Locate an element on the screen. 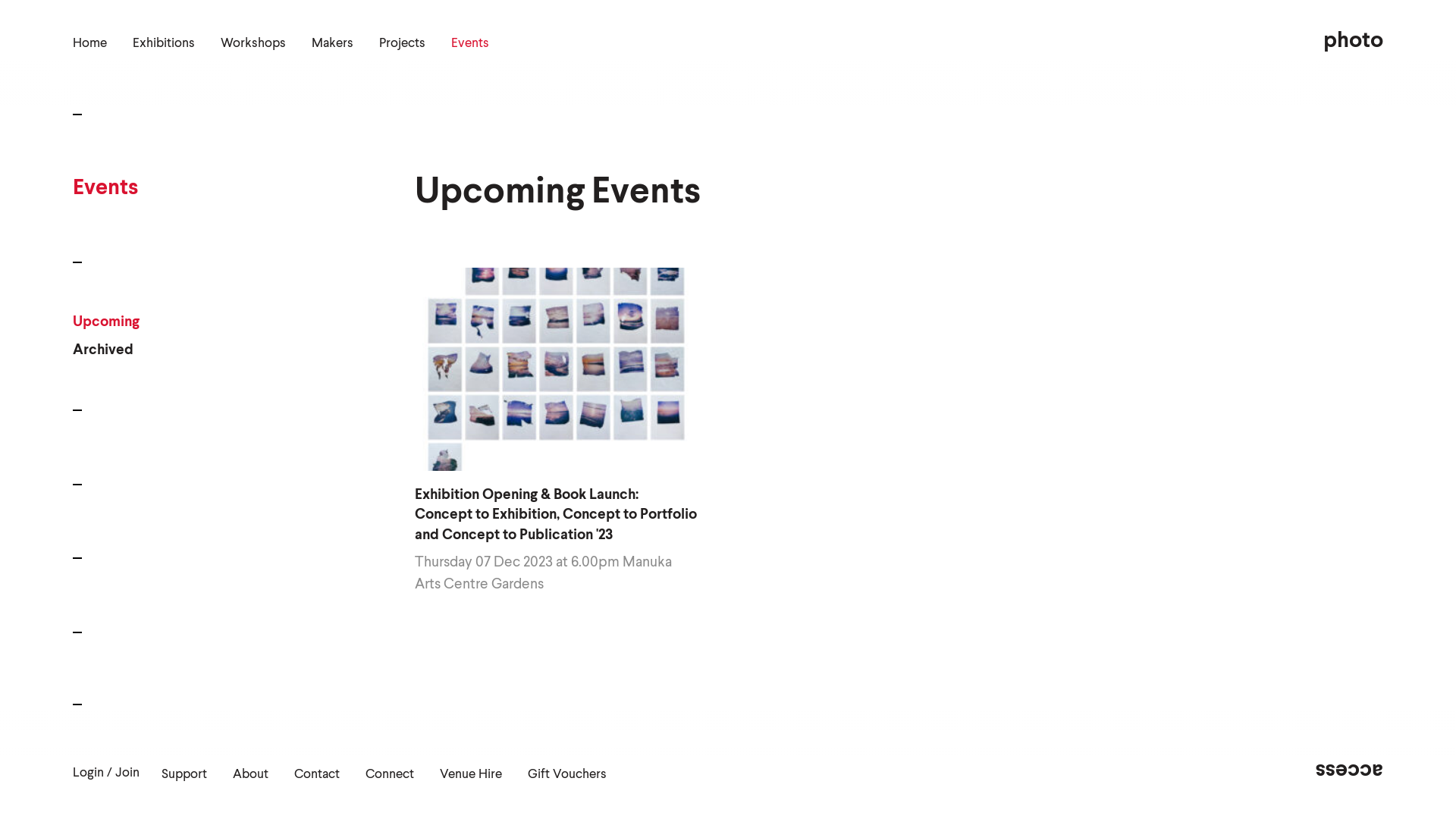  'Makers' is located at coordinates (331, 42).